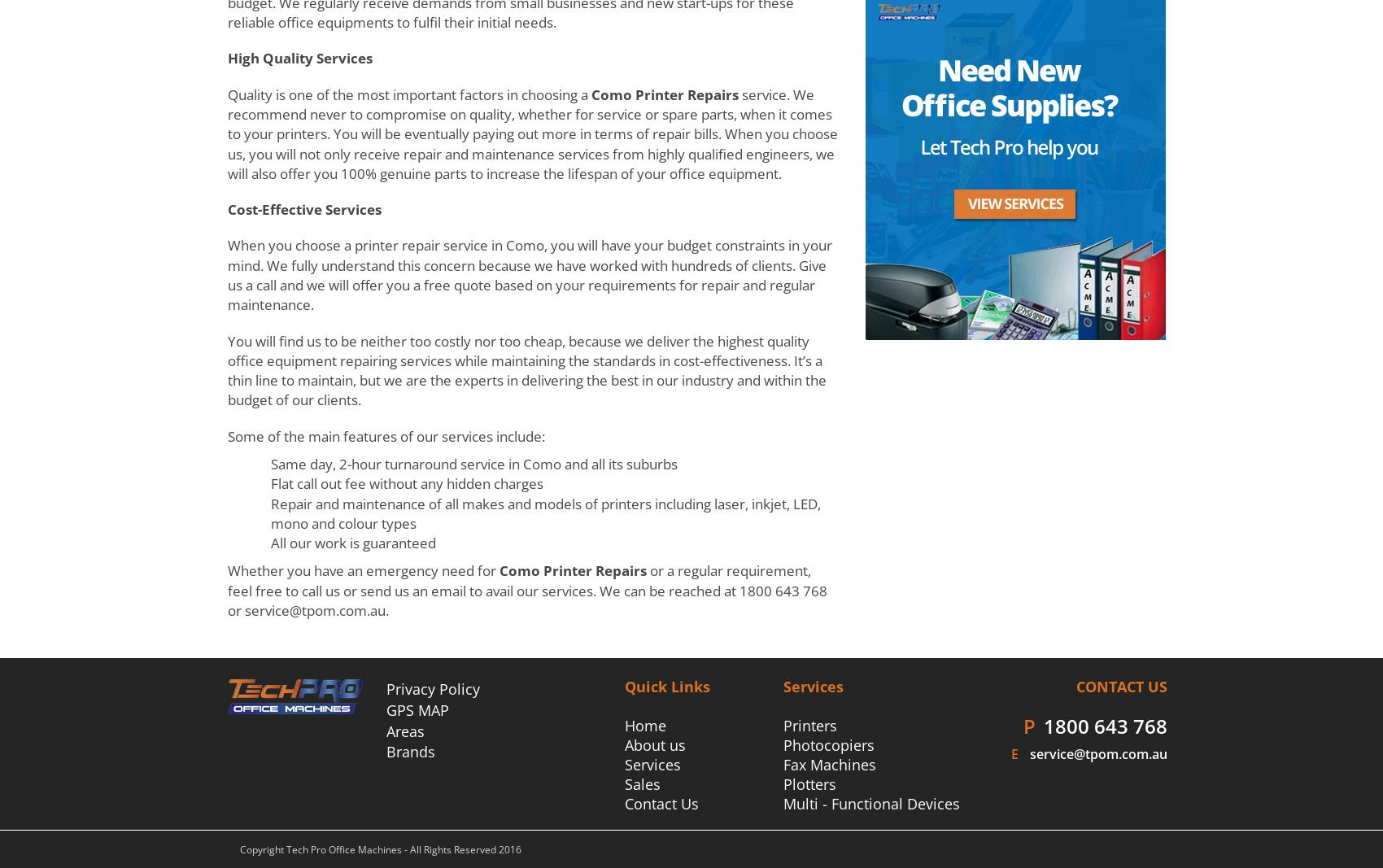 Image resolution: width=1383 pixels, height=868 pixels. What do you see at coordinates (527, 369) in the screenshot?
I see `'You will find us to be neither too costly nor too cheap, because we deliver the highest quality office equipment repairing services while maintaining the standards in cost-effectiveness. It’s a thin line to maintain, but we are the experts in delivering the best in our industry and within the budget of our clients.'` at bounding box center [527, 369].